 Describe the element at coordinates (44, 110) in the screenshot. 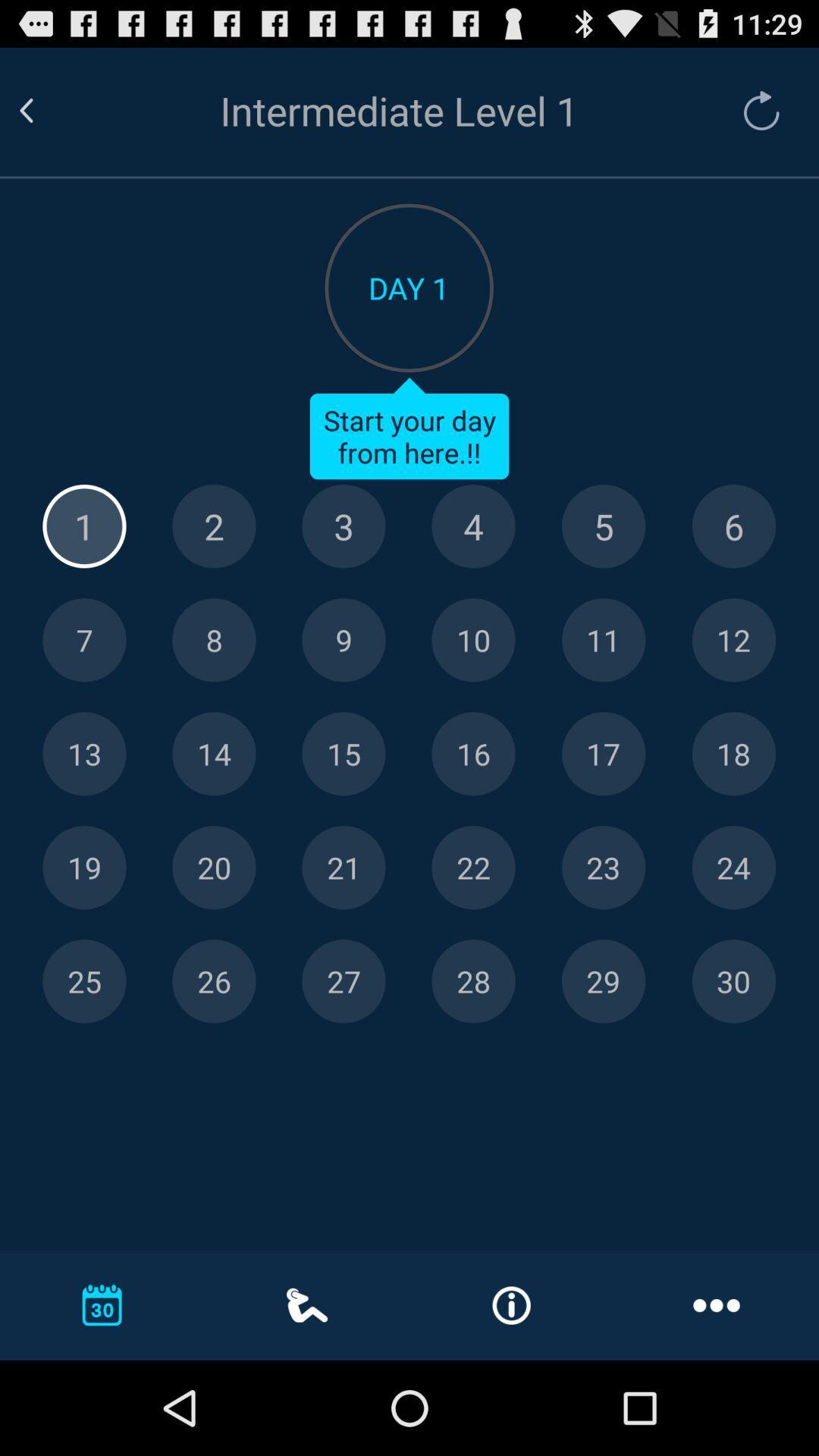

I see `go back` at that location.